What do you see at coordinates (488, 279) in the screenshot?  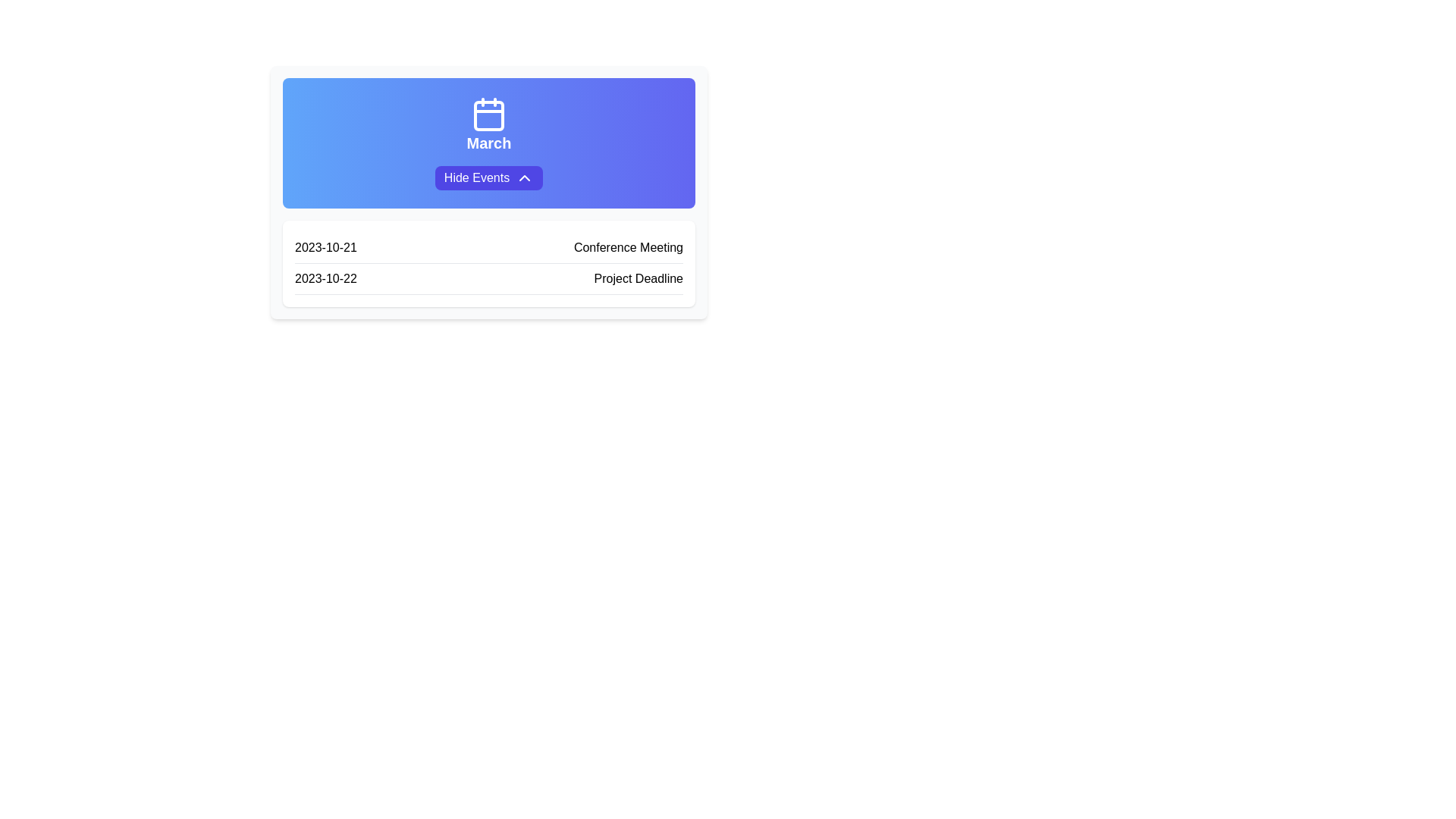 I see `the second entry in the events list containing the date '2023-10-22' and the phrase 'Project Deadline' for navigation purposes` at bounding box center [488, 279].